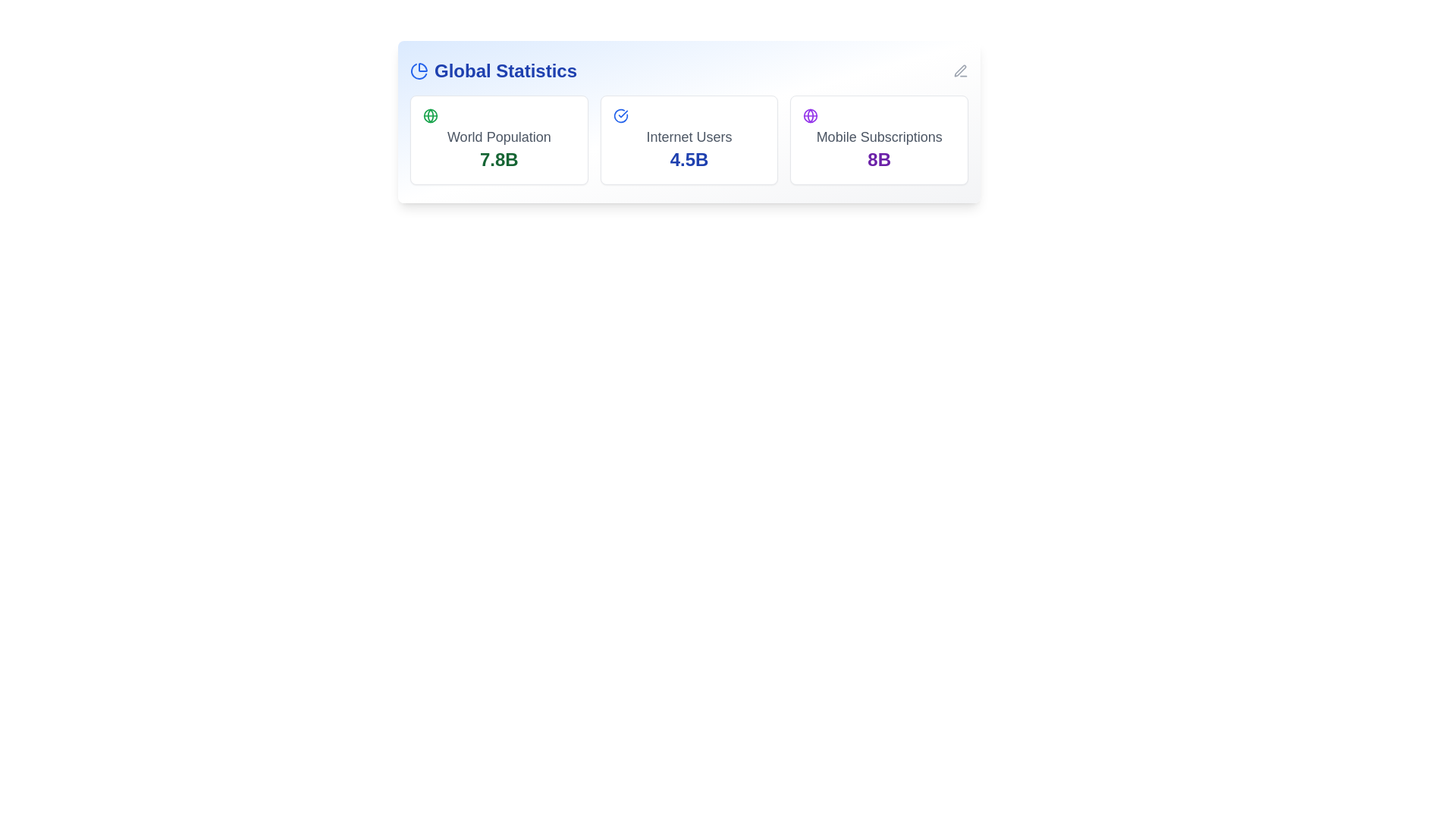 The width and height of the screenshot is (1456, 819). I want to click on the 'Internet Users' information card that features a blue checkmark icon and displays '4.5B' in bold blue font, so click(688, 140).